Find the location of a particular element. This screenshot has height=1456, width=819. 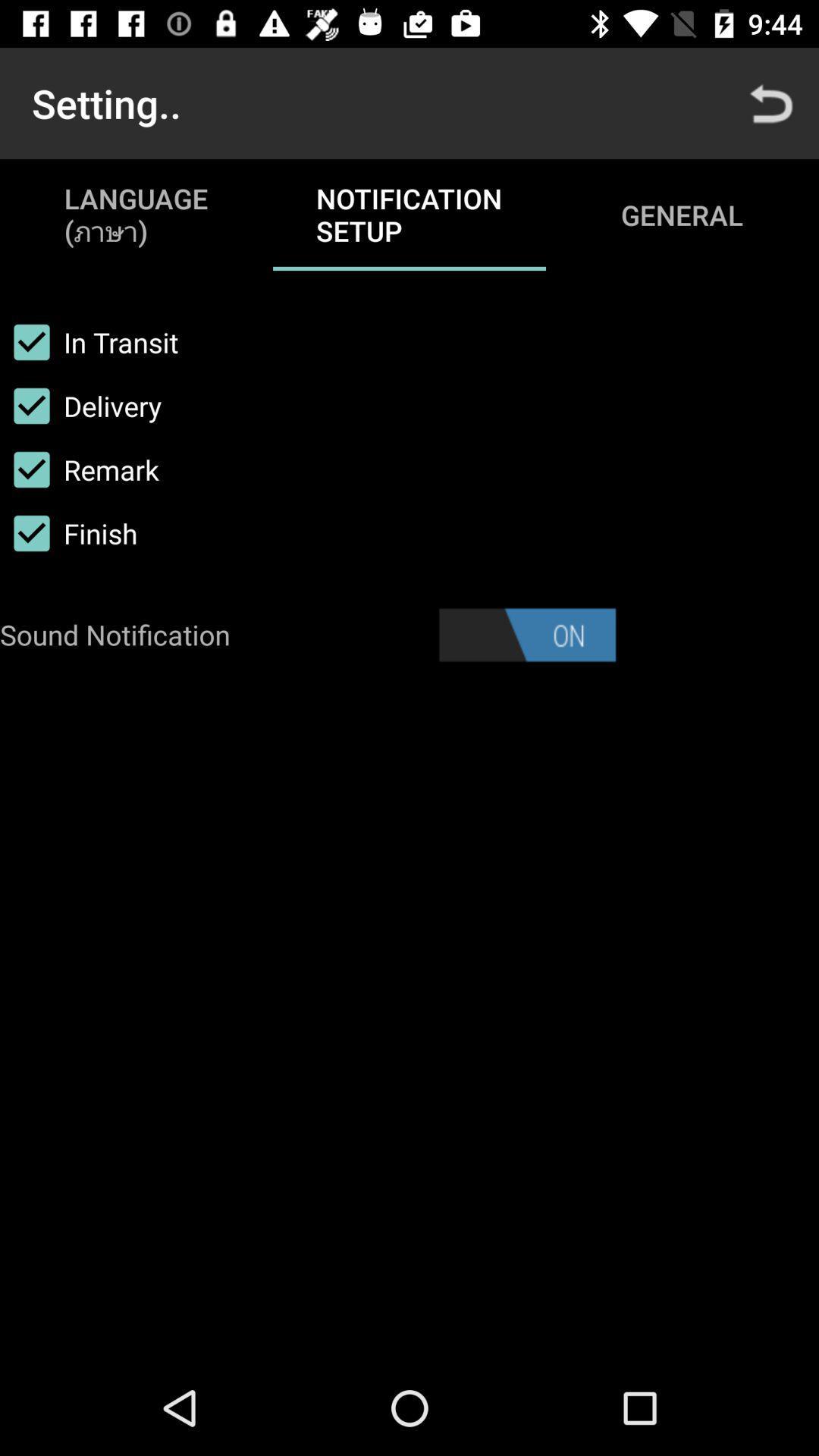

the in transit checkbox is located at coordinates (89, 341).